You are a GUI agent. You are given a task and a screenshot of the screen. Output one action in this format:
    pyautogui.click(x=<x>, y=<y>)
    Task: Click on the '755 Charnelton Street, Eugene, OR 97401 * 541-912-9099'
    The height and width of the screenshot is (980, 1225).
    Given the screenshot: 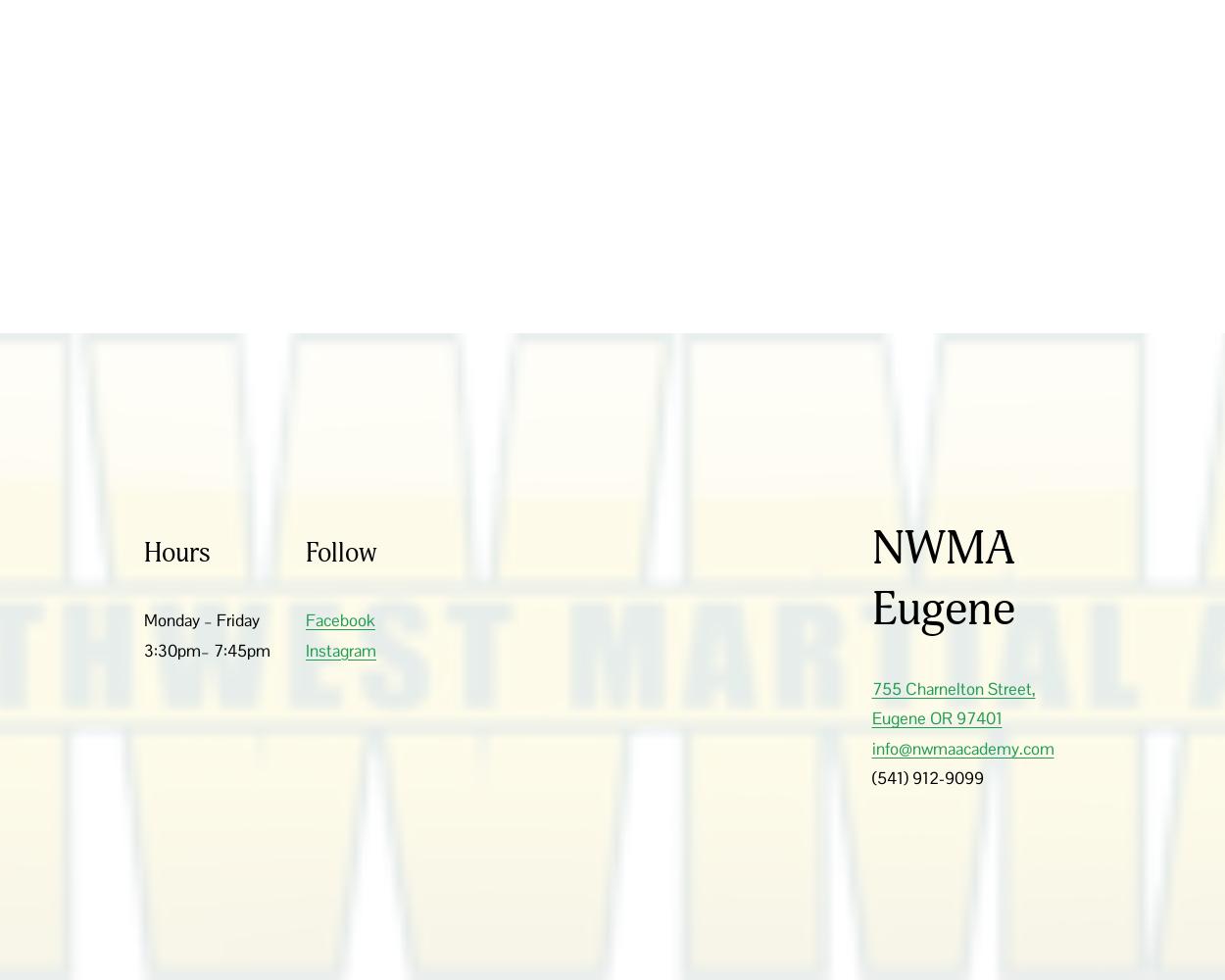 What is the action you would take?
    pyautogui.click(x=611, y=301)
    